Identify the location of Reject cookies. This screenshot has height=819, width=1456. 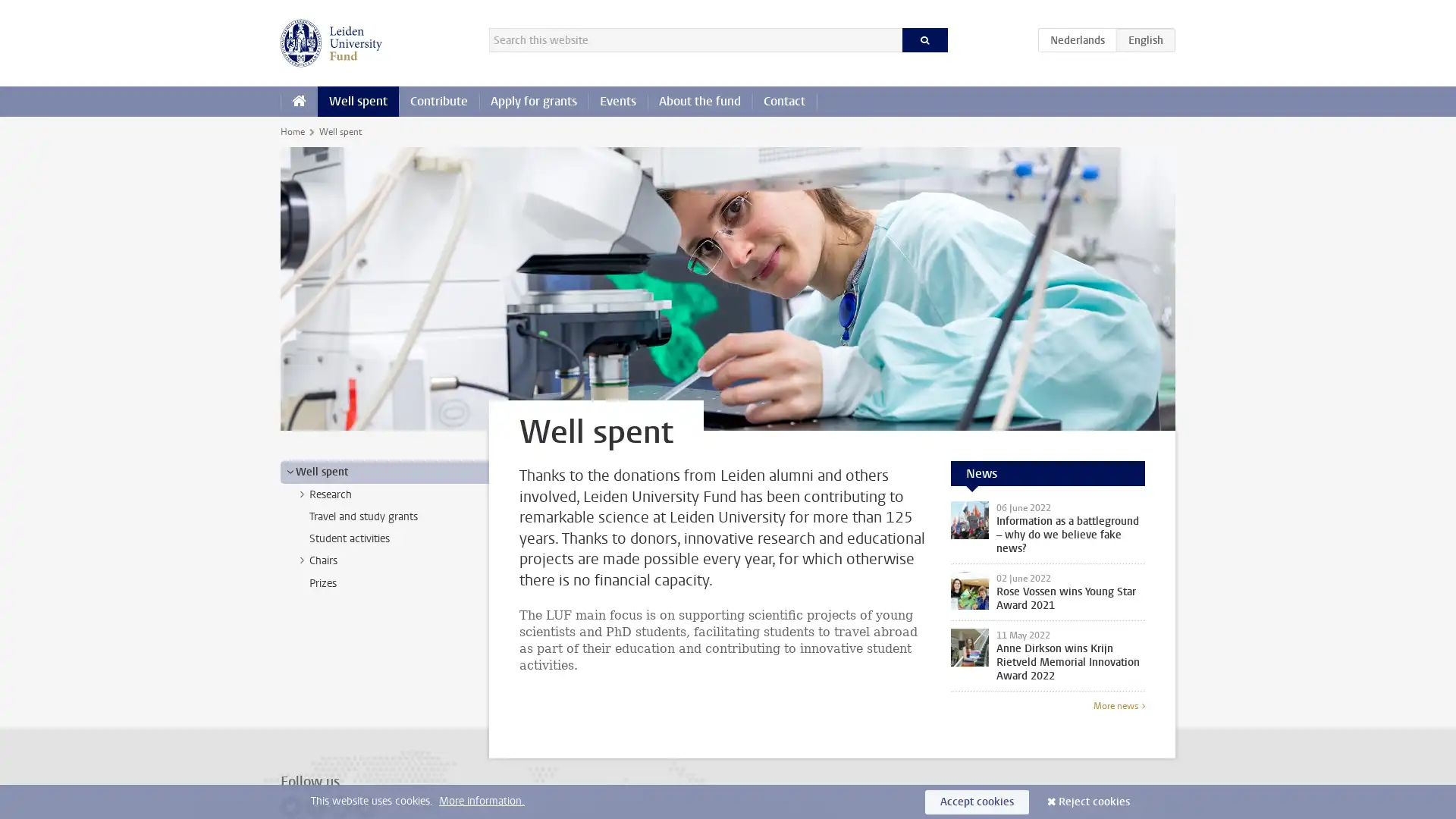
(1094, 801).